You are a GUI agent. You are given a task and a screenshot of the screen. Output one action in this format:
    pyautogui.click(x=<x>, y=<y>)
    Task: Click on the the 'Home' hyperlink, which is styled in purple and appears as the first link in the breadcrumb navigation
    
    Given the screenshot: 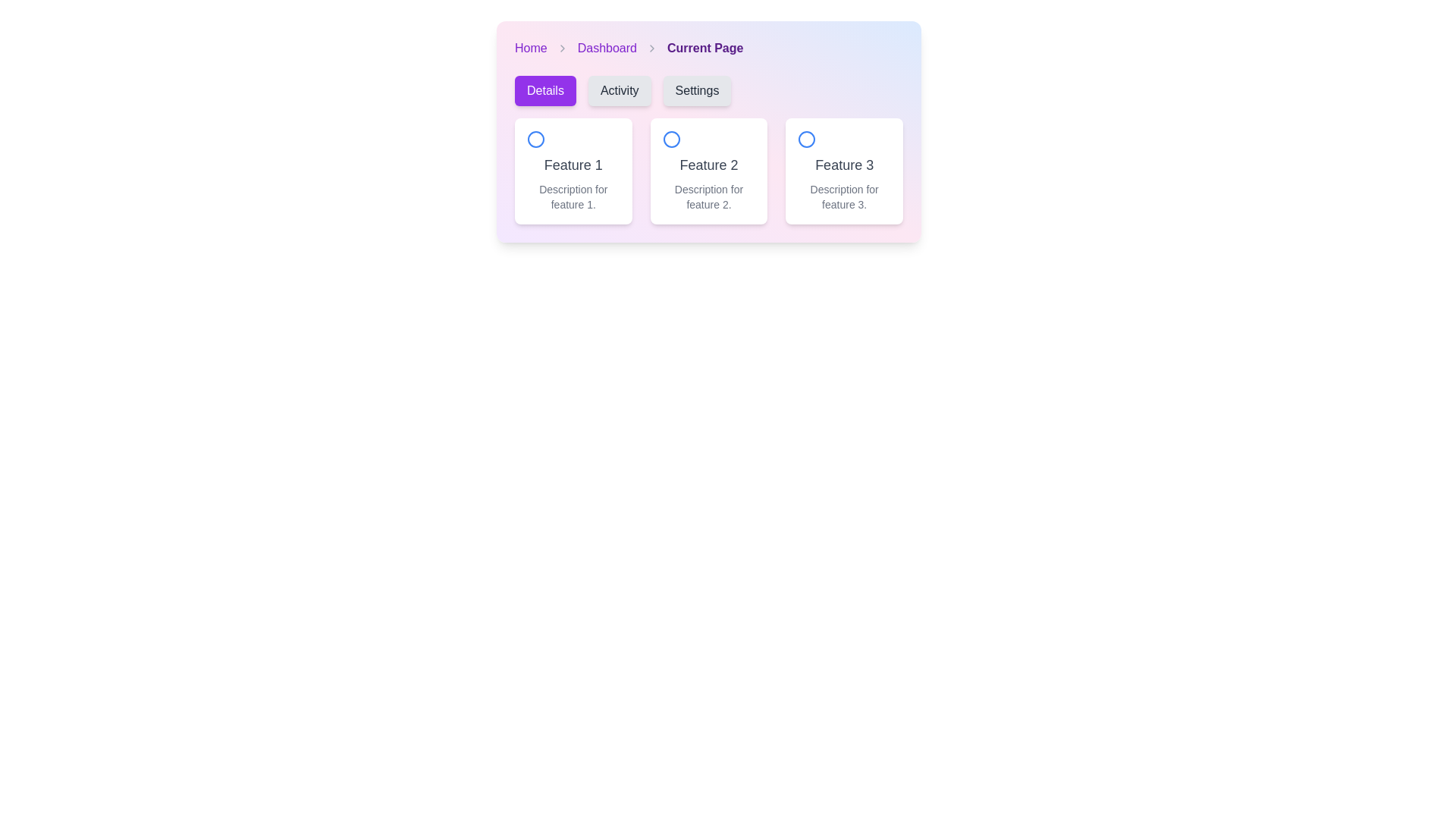 What is the action you would take?
    pyautogui.click(x=531, y=48)
    